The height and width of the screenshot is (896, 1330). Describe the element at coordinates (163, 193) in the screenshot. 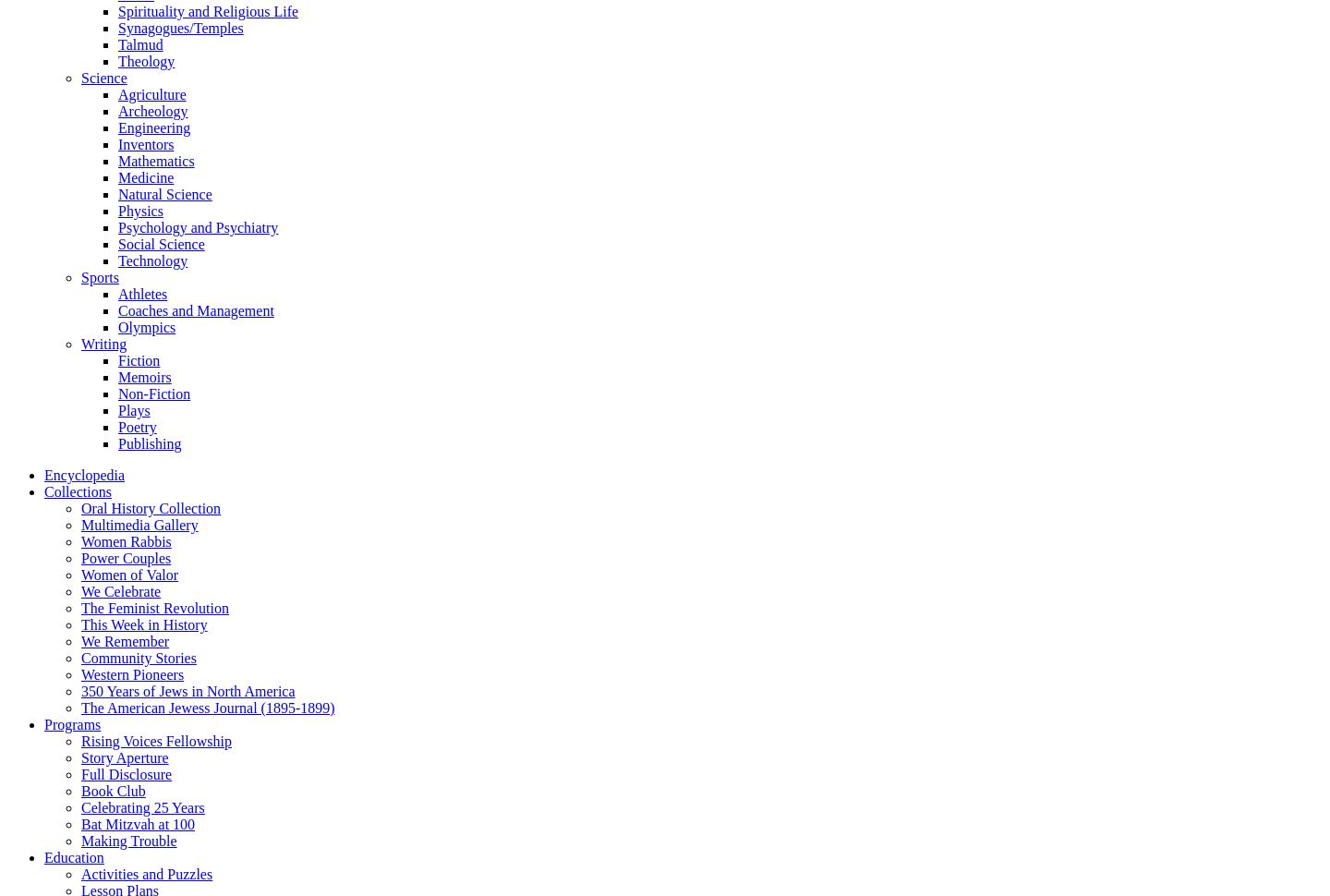

I see `'Natural Science'` at that location.